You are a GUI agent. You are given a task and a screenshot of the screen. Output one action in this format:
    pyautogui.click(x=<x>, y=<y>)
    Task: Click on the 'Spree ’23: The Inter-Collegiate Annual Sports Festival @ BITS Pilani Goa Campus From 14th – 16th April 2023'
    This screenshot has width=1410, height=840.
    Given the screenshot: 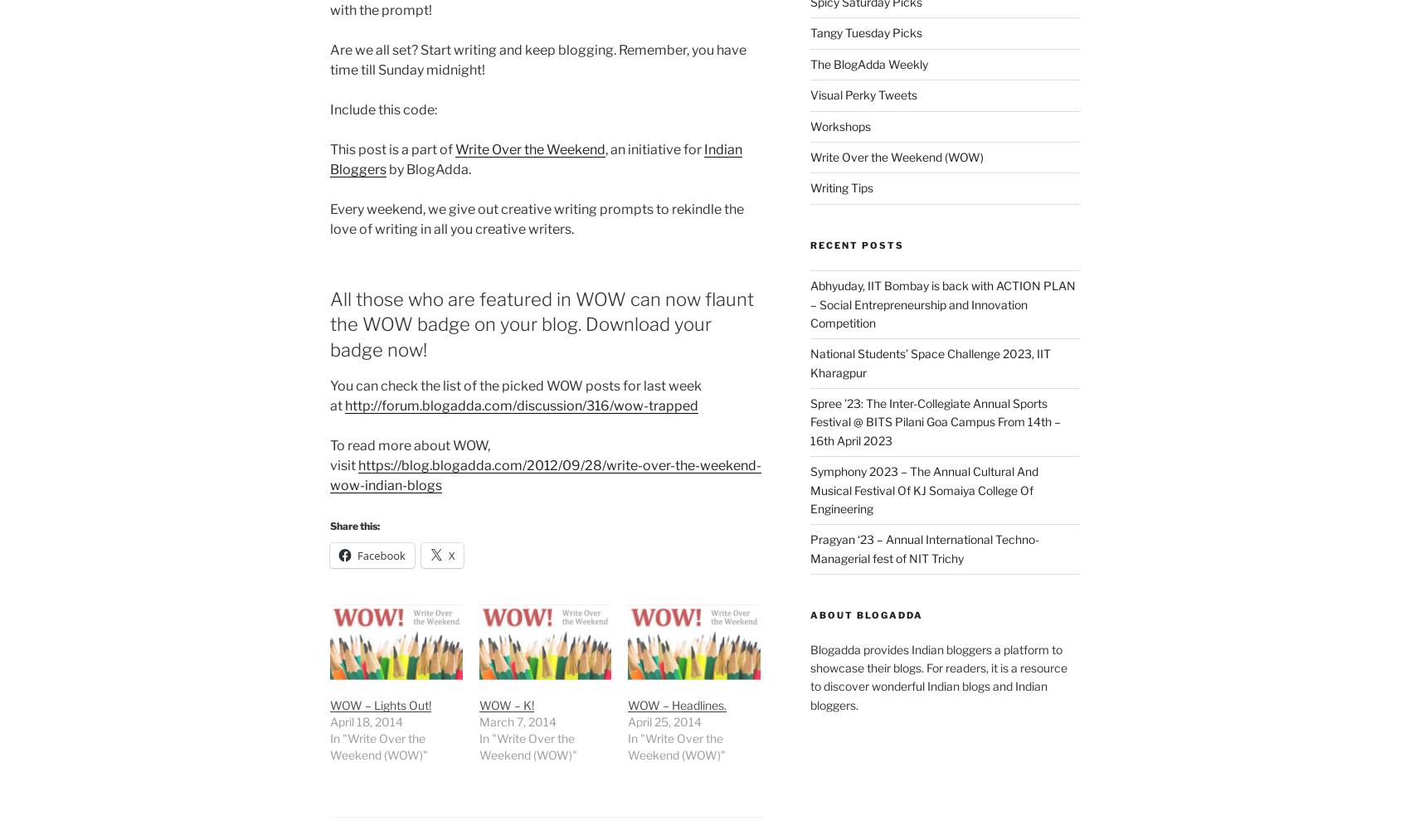 What is the action you would take?
    pyautogui.click(x=934, y=421)
    